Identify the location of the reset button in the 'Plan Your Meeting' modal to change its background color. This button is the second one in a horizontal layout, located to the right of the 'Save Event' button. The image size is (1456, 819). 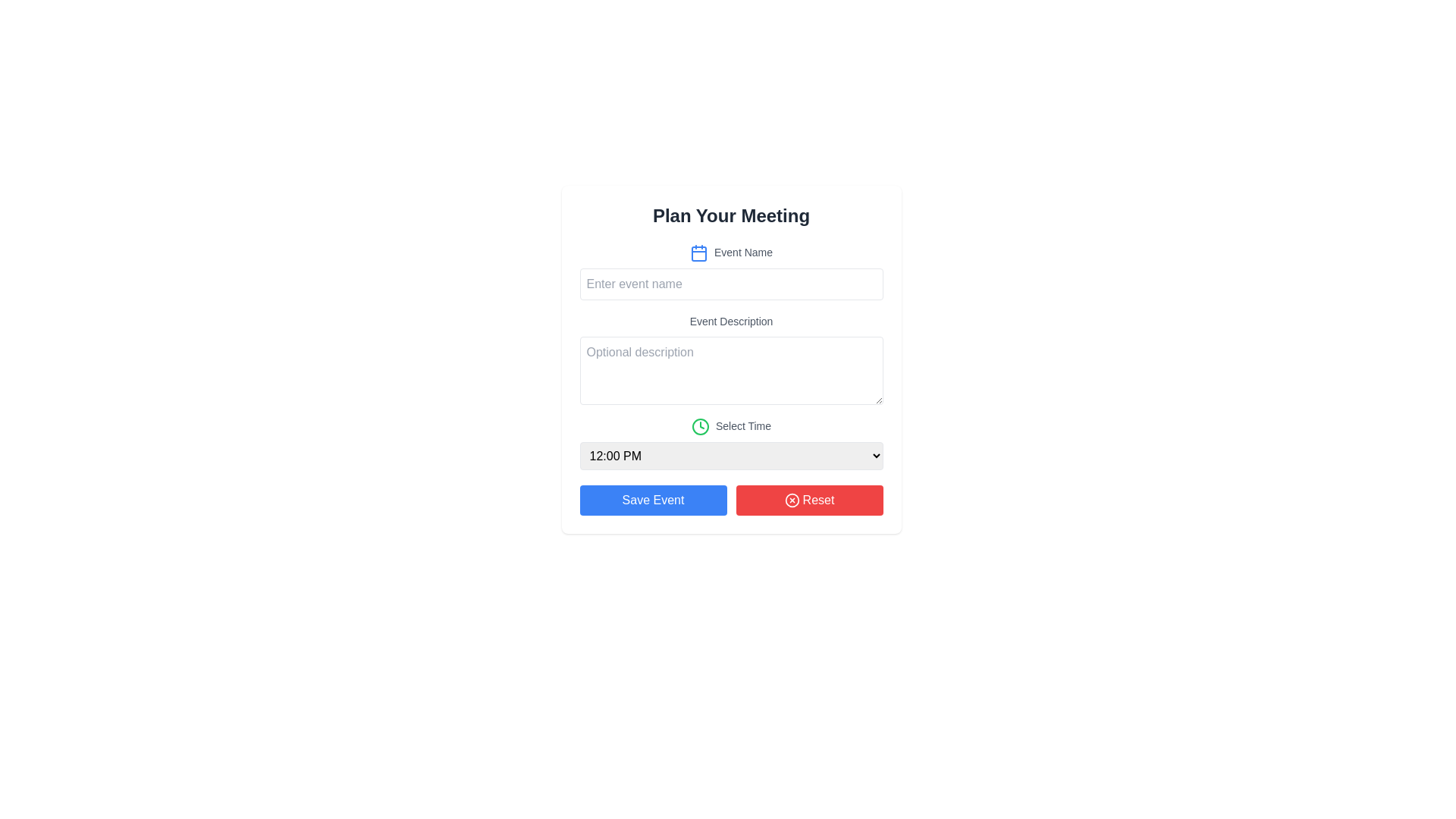
(808, 500).